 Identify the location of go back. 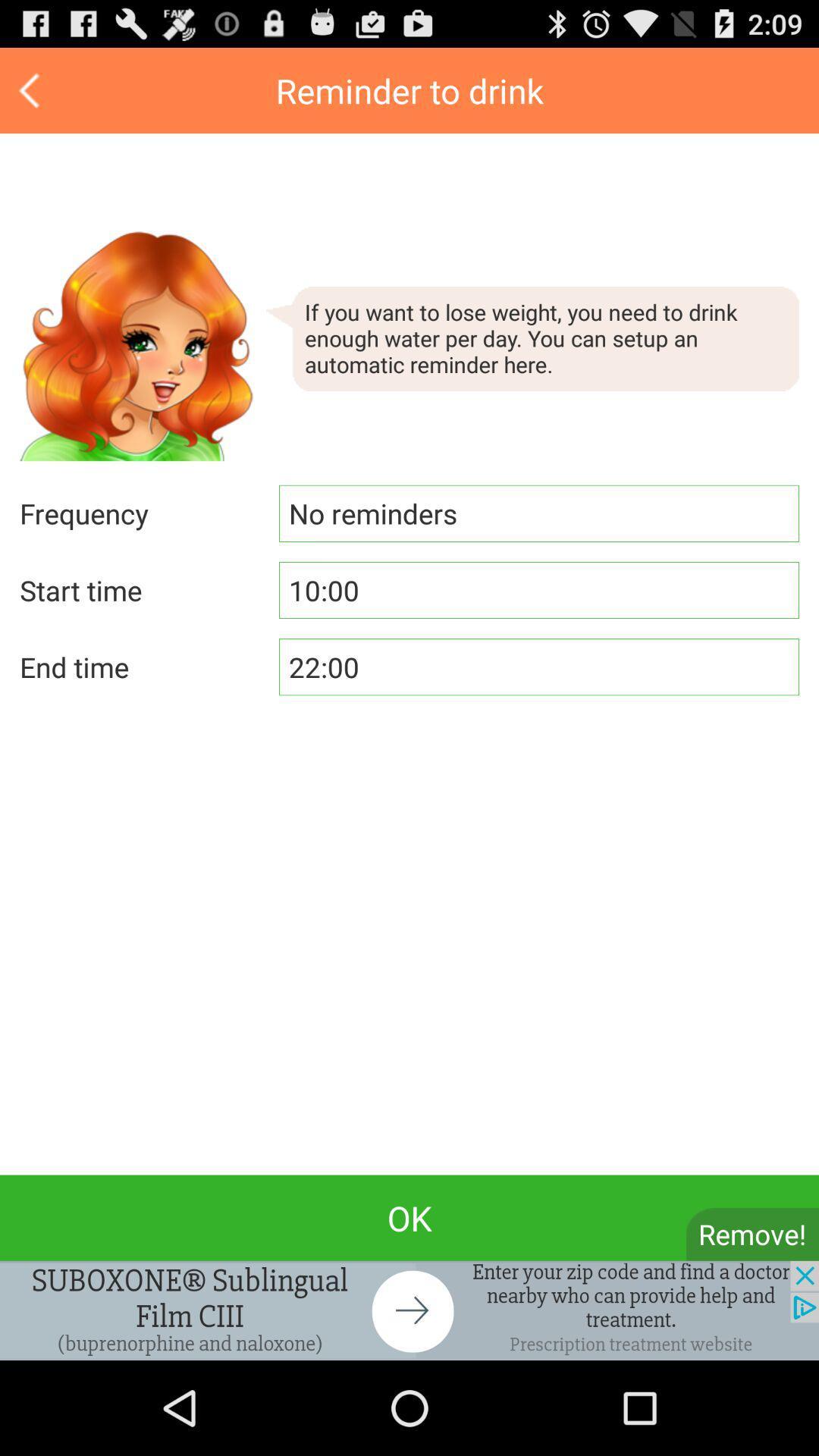
(31, 89).